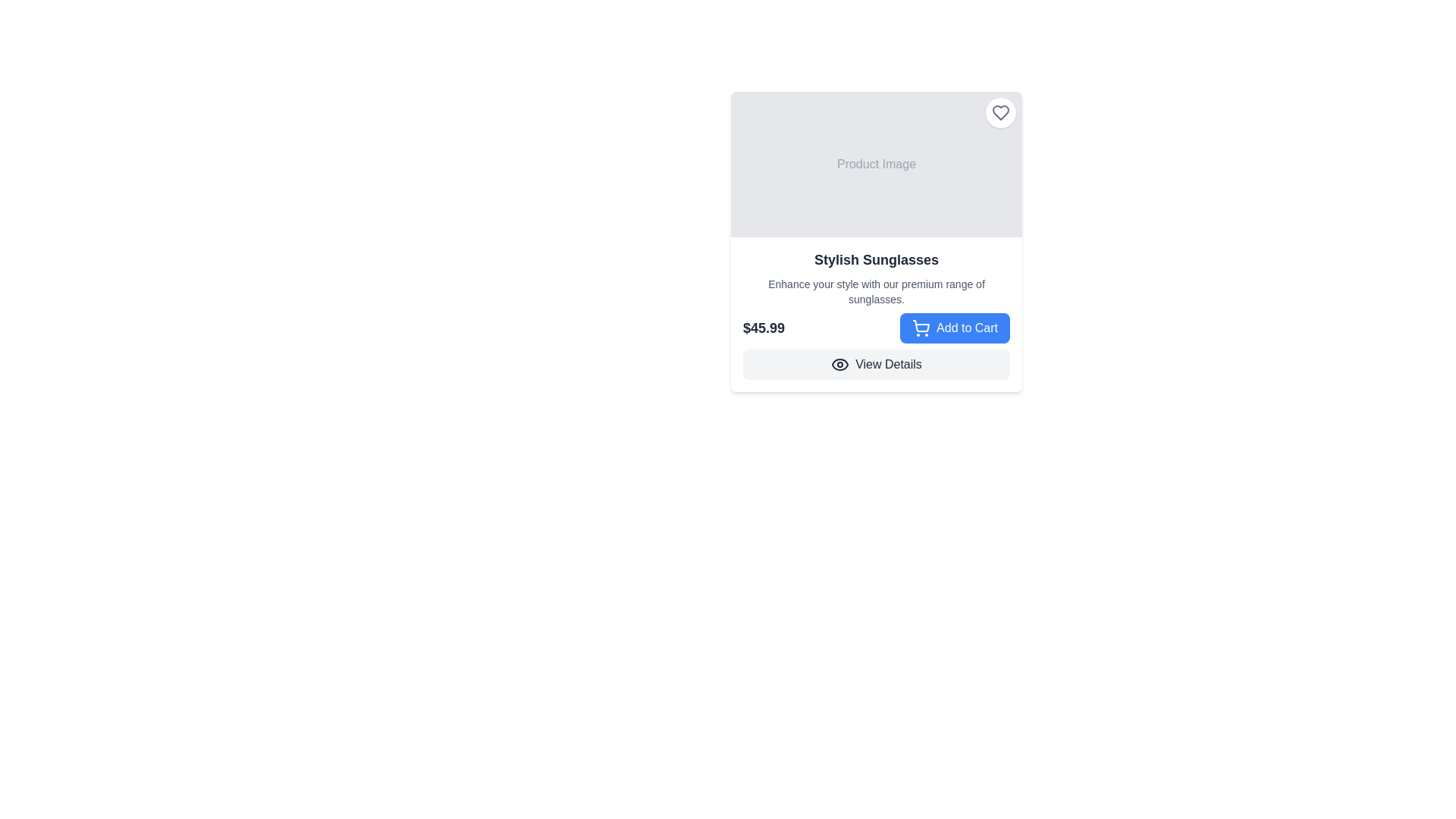 The image size is (1456, 819). I want to click on the 'Add to Cart' button for 'Stylish Sunglasses', so click(954, 327).